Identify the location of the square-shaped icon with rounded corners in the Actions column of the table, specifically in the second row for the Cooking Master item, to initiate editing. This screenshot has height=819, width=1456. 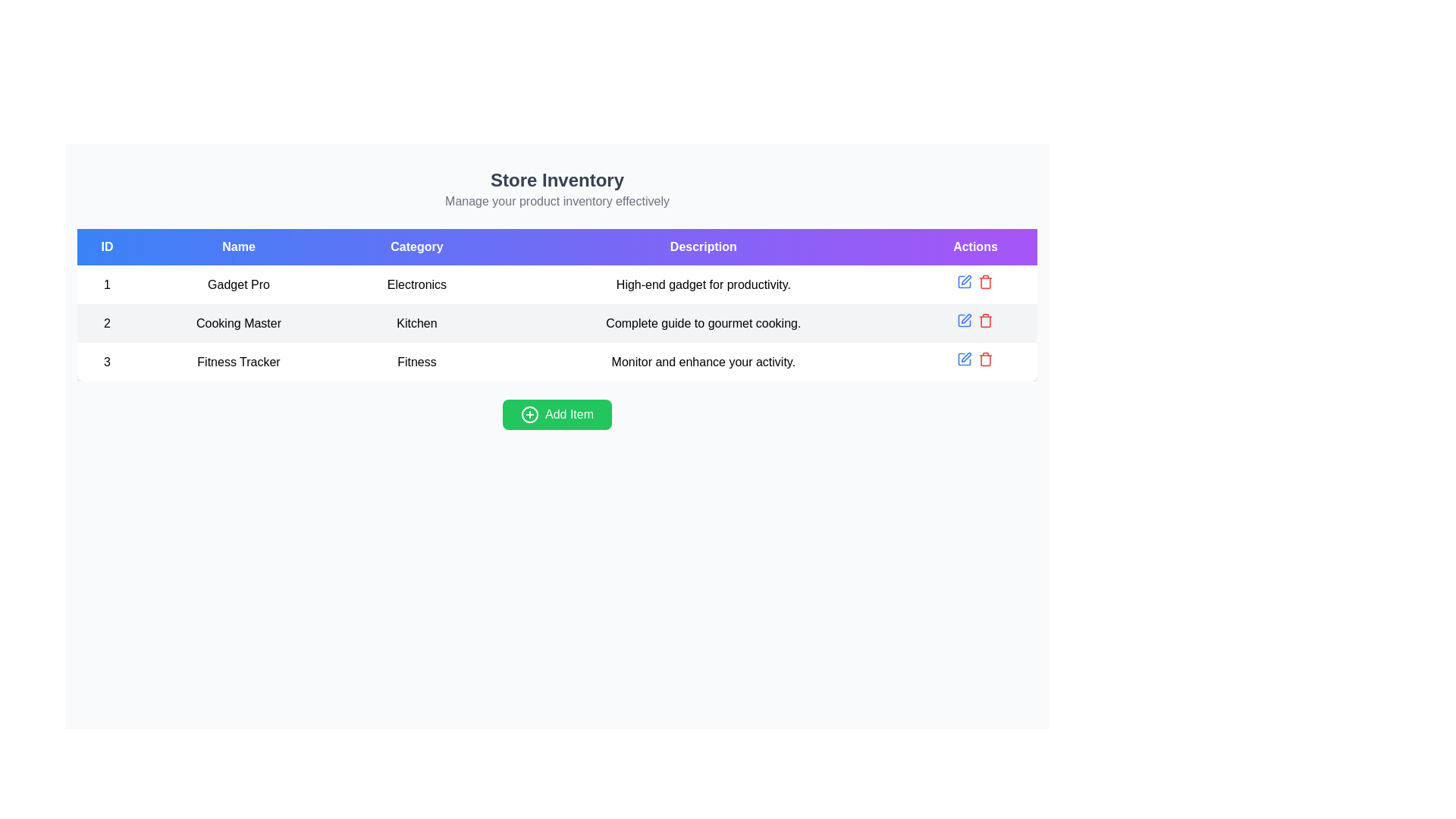
(964, 320).